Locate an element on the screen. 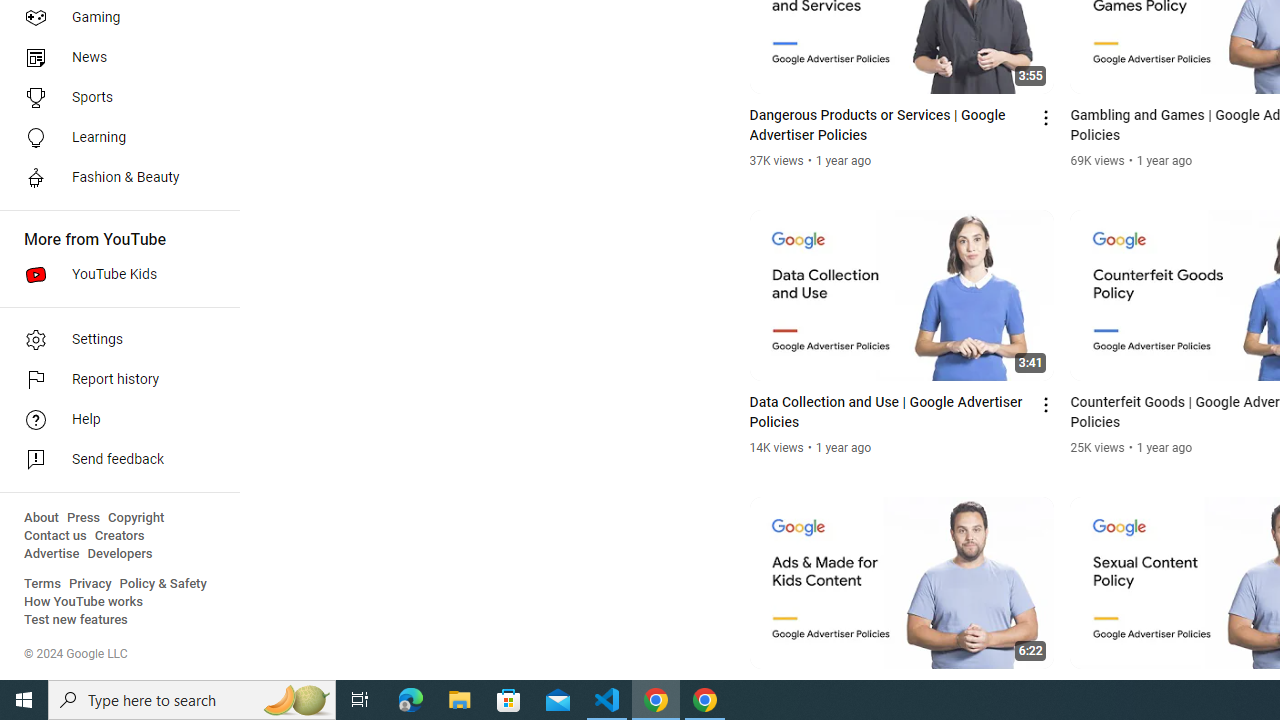 Image resolution: width=1280 pixels, height=720 pixels. 'About' is located at coordinates (41, 517).